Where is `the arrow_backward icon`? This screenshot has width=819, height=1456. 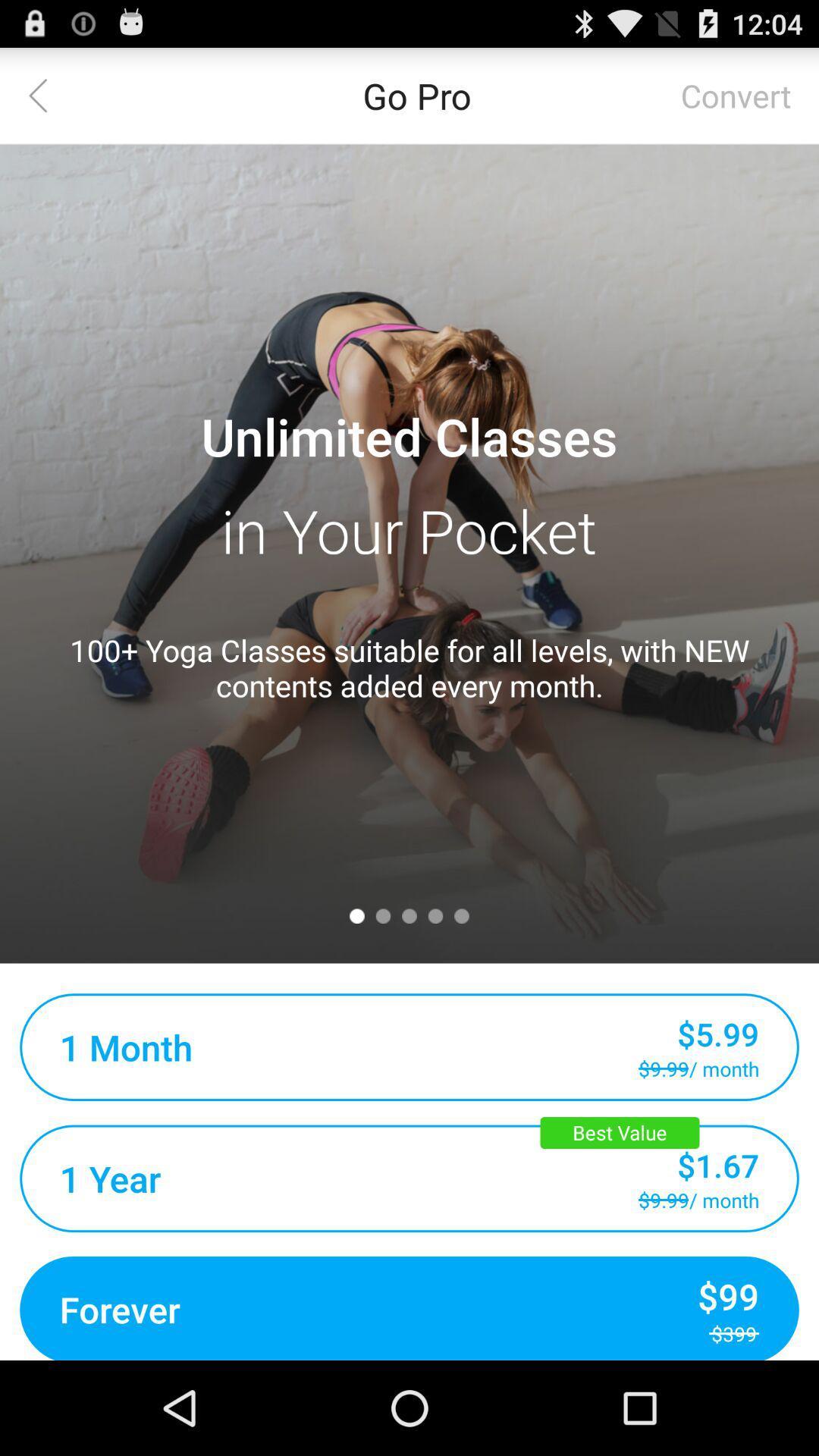
the arrow_backward icon is located at coordinates (46, 101).